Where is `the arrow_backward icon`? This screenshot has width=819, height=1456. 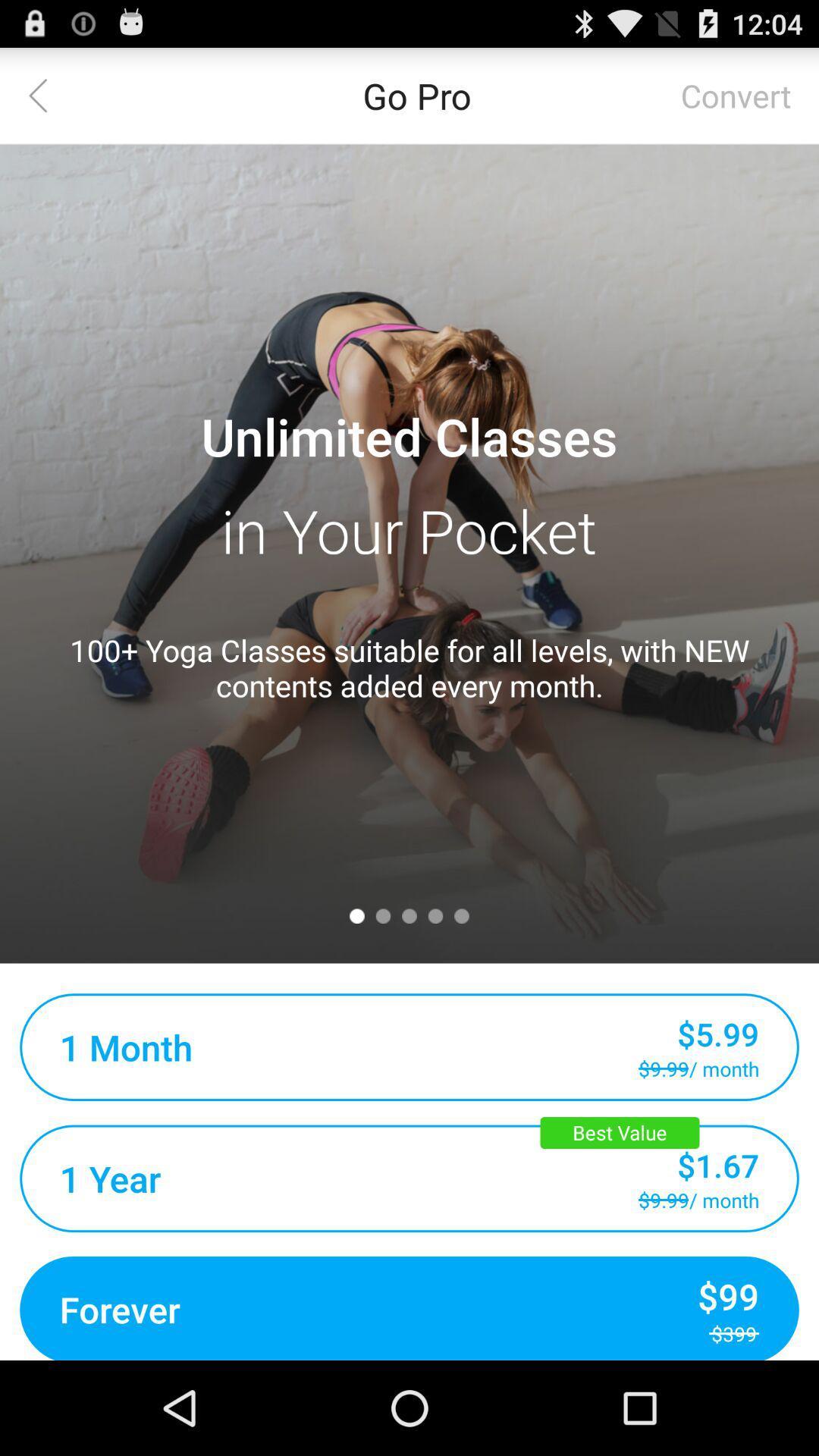
the arrow_backward icon is located at coordinates (46, 101).